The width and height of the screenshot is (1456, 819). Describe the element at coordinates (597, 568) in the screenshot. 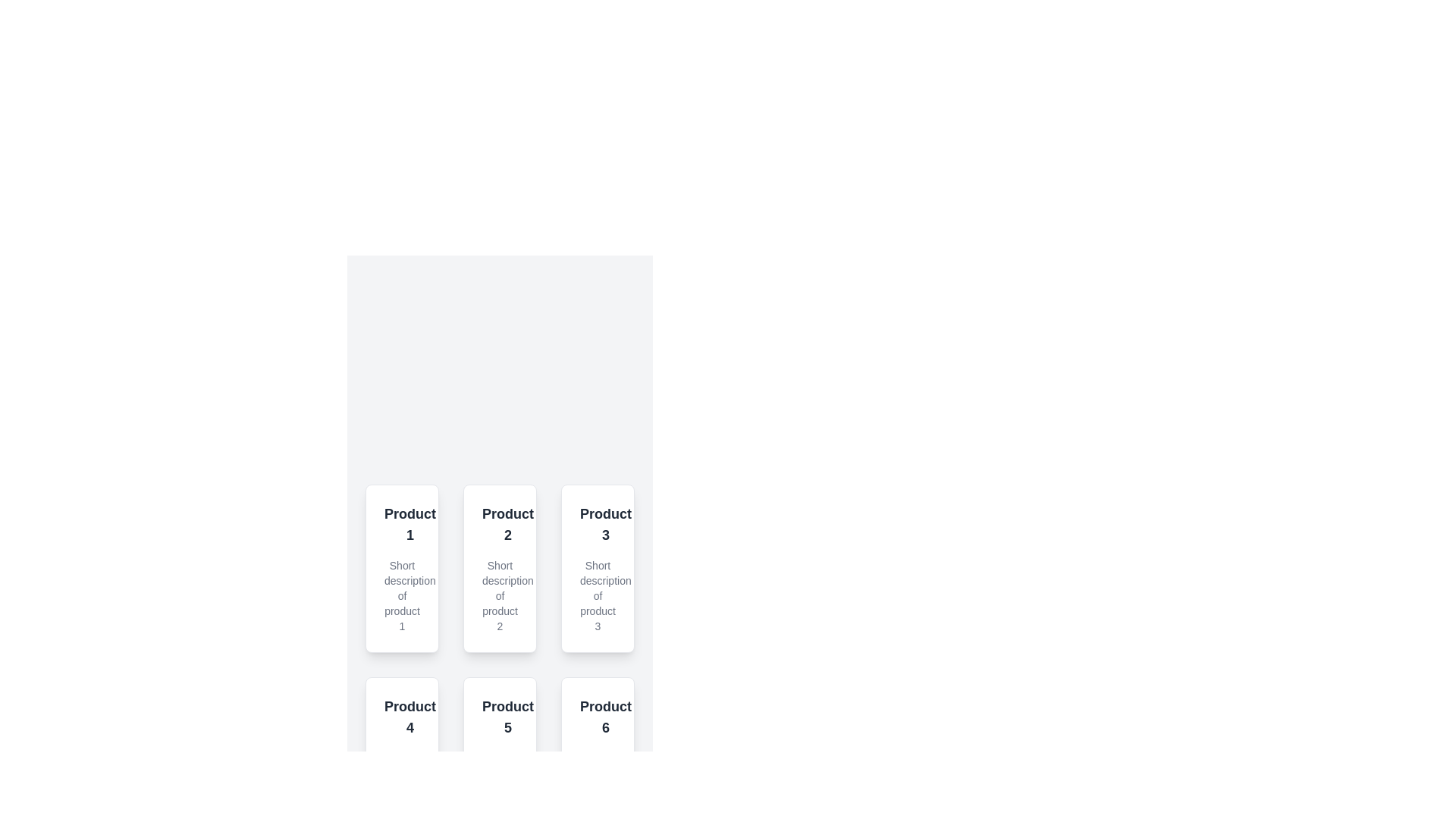

I see `the rectangular card element with rounded corners and a white background that contains the text 'Product 3' at the top` at that location.